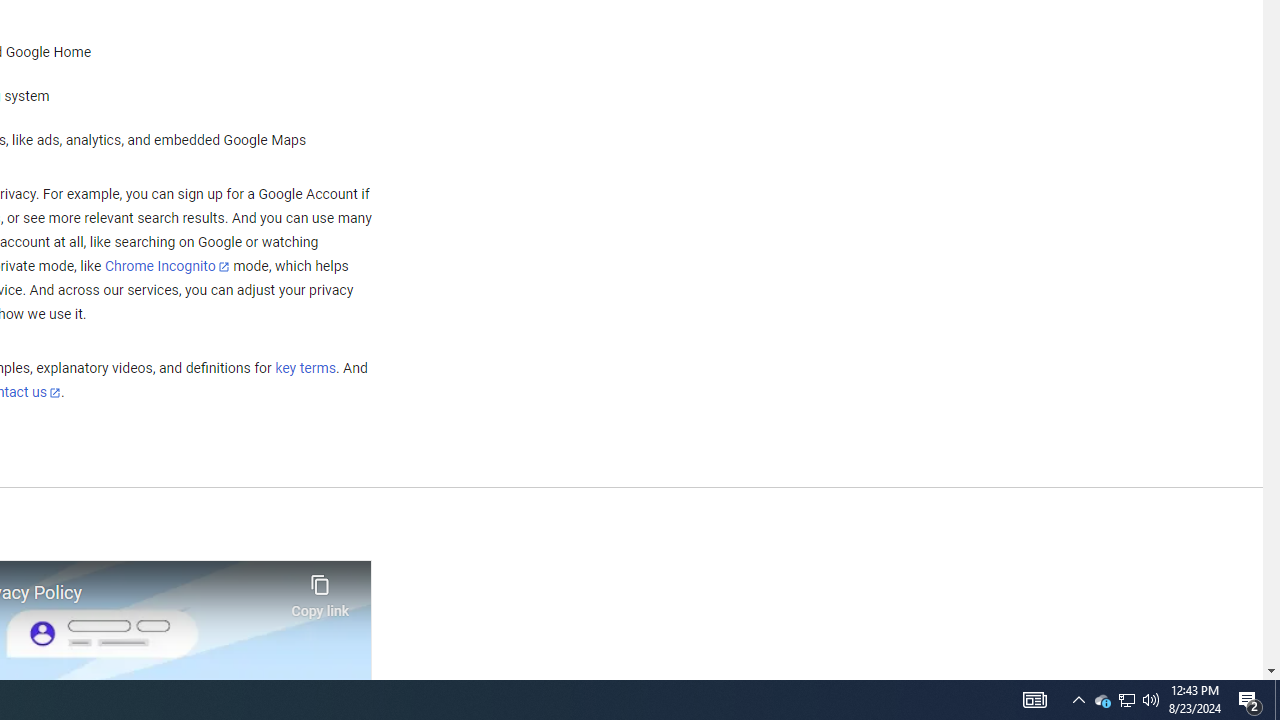 The width and height of the screenshot is (1280, 720). What do you see at coordinates (304, 368) in the screenshot?
I see `'key terms'` at bounding box center [304, 368].